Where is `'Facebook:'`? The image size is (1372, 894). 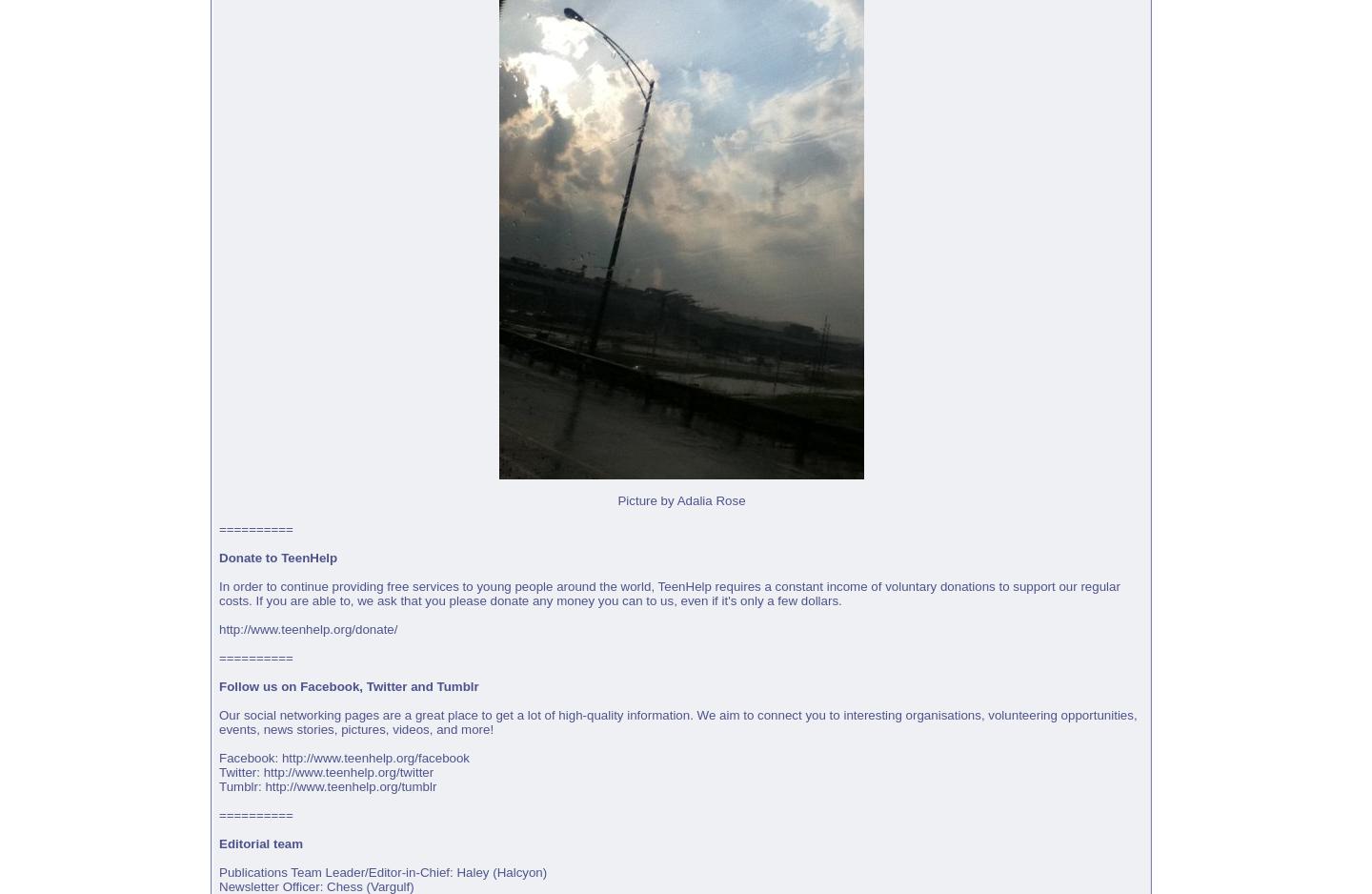
'Facebook:' is located at coordinates (218, 757).